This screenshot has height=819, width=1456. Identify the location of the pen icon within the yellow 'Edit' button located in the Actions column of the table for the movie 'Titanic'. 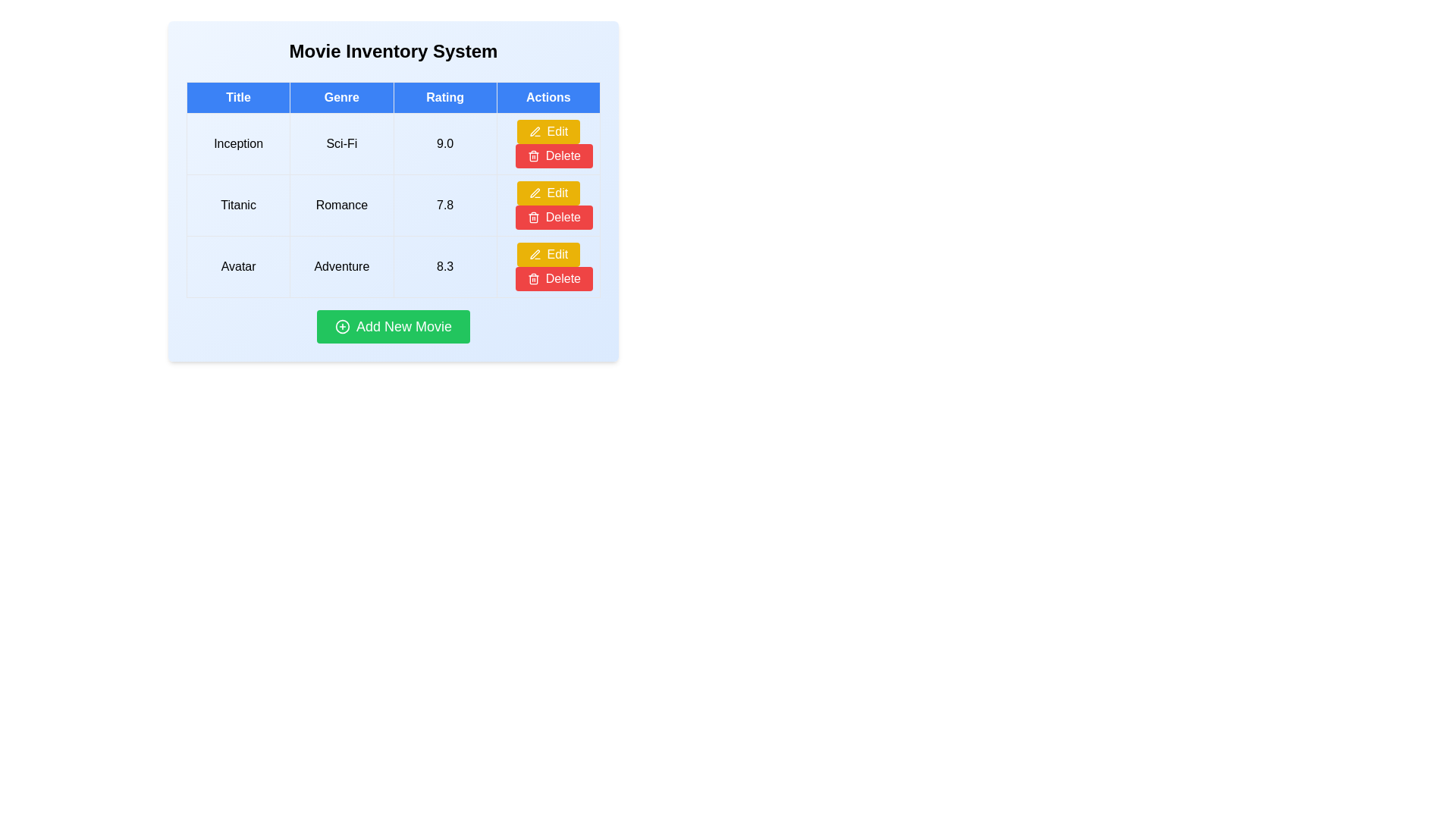
(535, 192).